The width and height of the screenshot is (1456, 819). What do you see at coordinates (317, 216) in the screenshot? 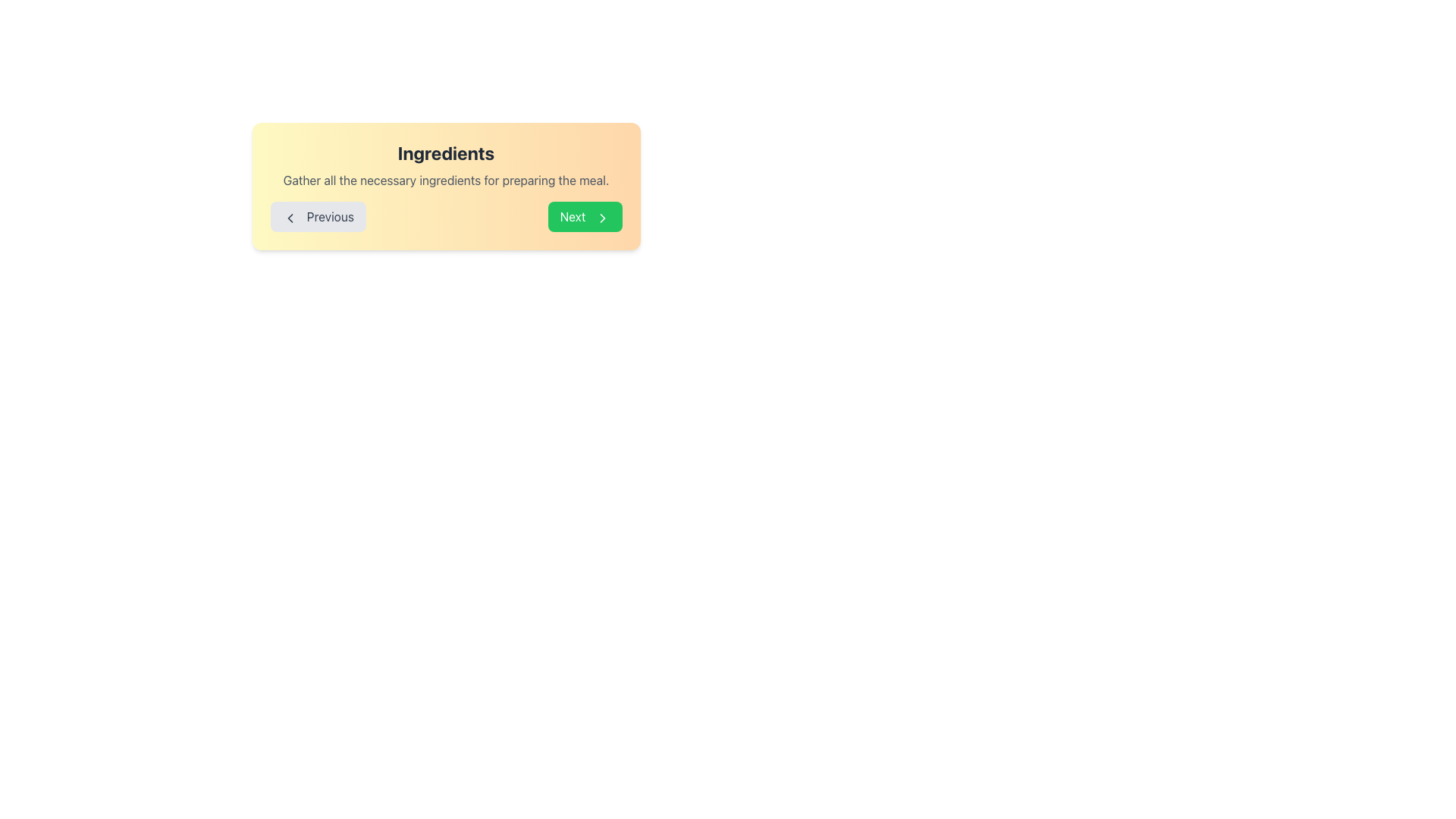
I see `the 'Previous' button with a leftward arrow icon, which is styled with a light gray background and medium gray text, located on the left side of the navigation panel` at bounding box center [317, 216].